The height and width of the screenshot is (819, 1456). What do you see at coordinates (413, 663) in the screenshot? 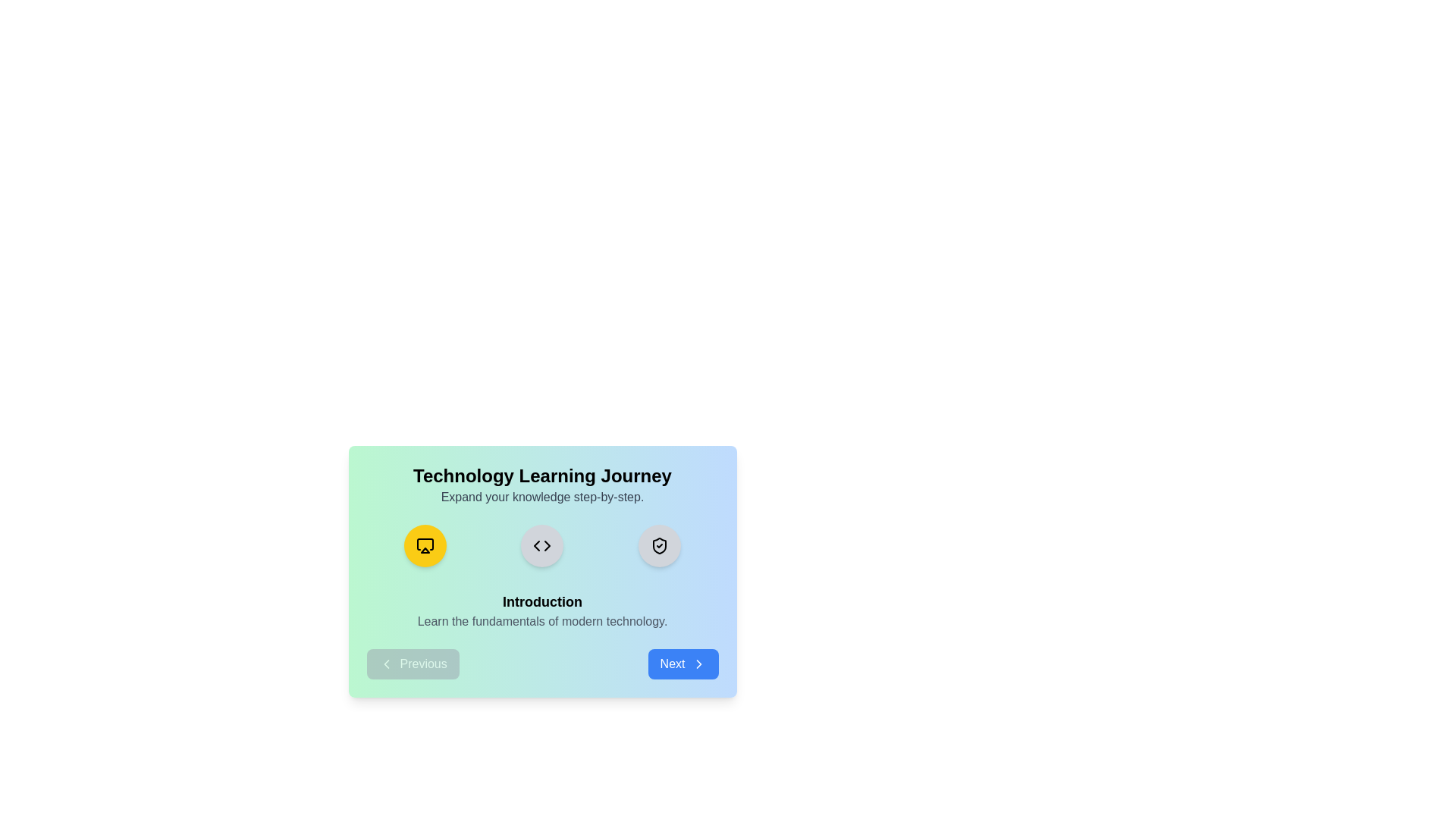
I see `the Previous button to navigate` at bounding box center [413, 663].